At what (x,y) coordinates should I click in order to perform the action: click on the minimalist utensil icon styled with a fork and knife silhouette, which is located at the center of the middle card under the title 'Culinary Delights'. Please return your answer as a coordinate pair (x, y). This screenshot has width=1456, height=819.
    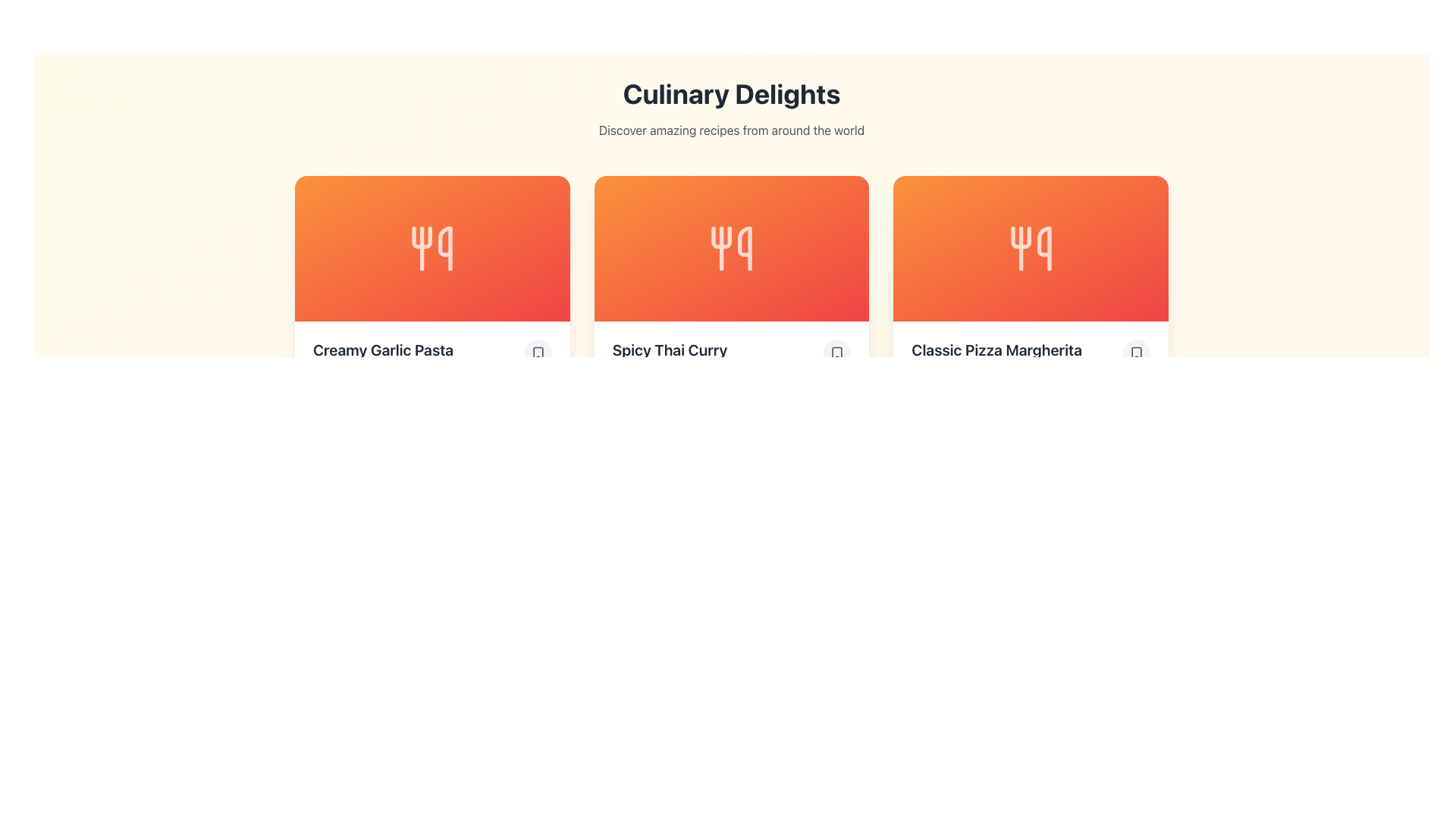
    Looking at the image, I should click on (1031, 247).